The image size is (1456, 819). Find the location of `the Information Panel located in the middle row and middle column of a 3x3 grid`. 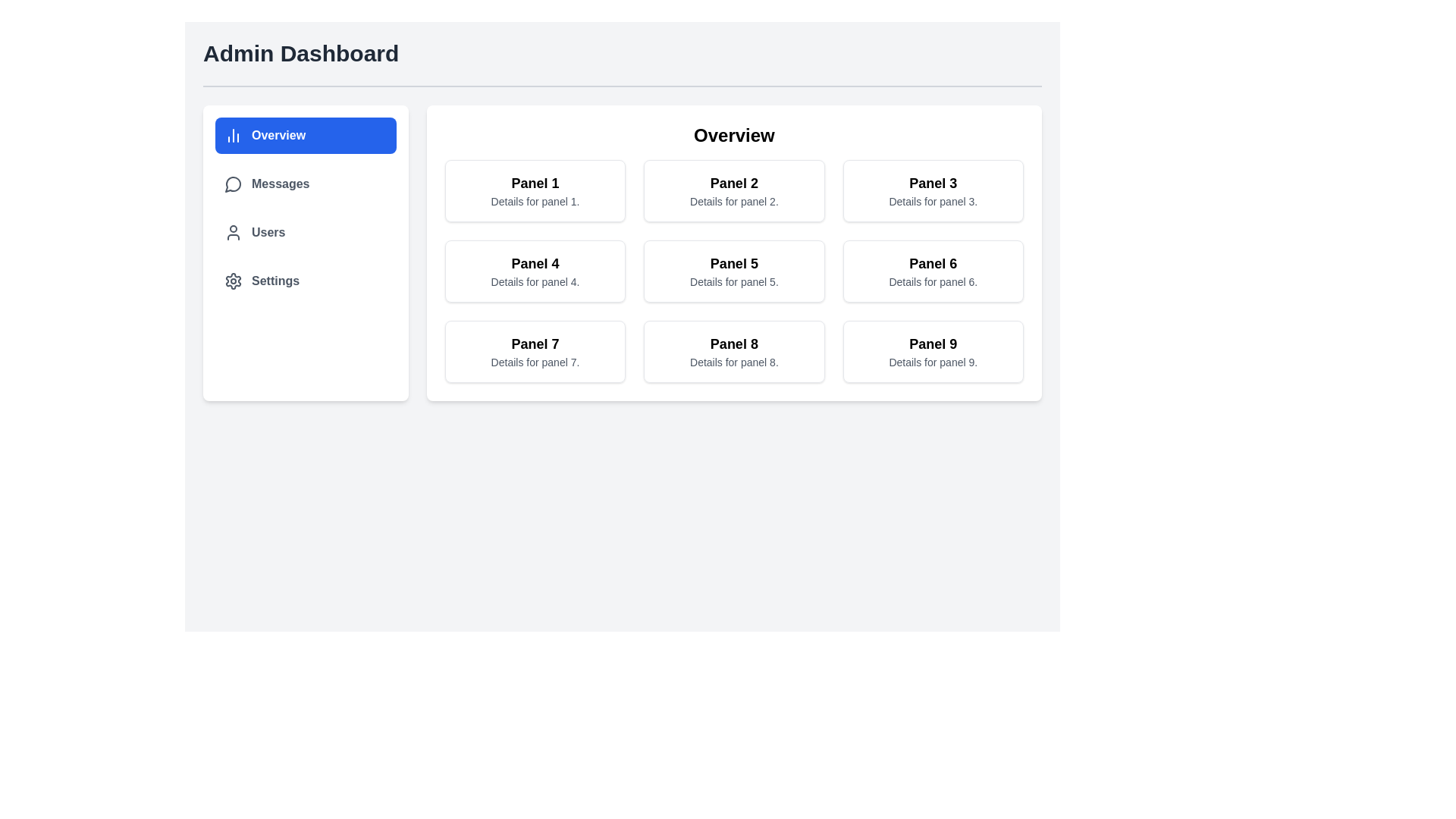

the Information Panel located in the middle row and middle column of a 3x3 grid is located at coordinates (734, 271).